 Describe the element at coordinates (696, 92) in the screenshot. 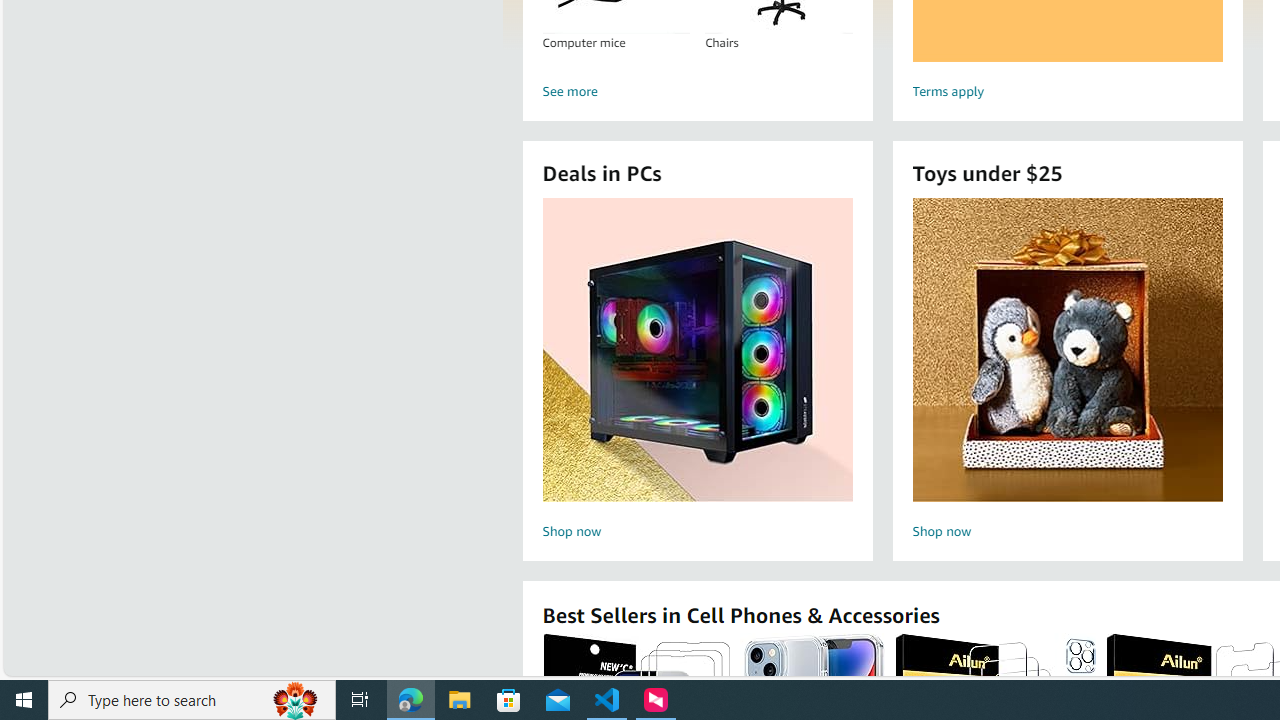

I see `'See more'` at that location.